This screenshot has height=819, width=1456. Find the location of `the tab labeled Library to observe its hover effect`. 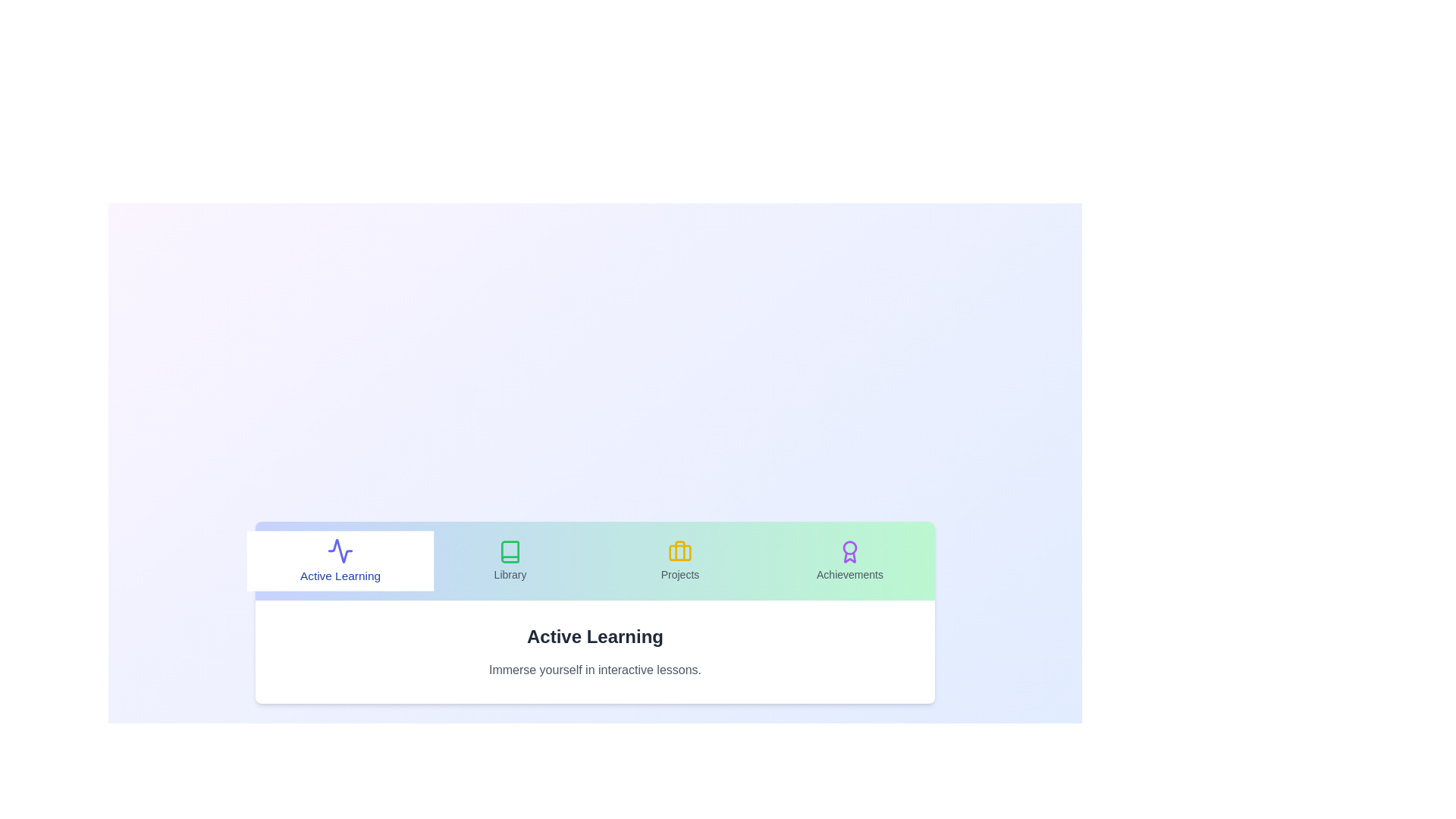

the tab labeled Library to observe its hover effect is located at coordinates (510, 561).